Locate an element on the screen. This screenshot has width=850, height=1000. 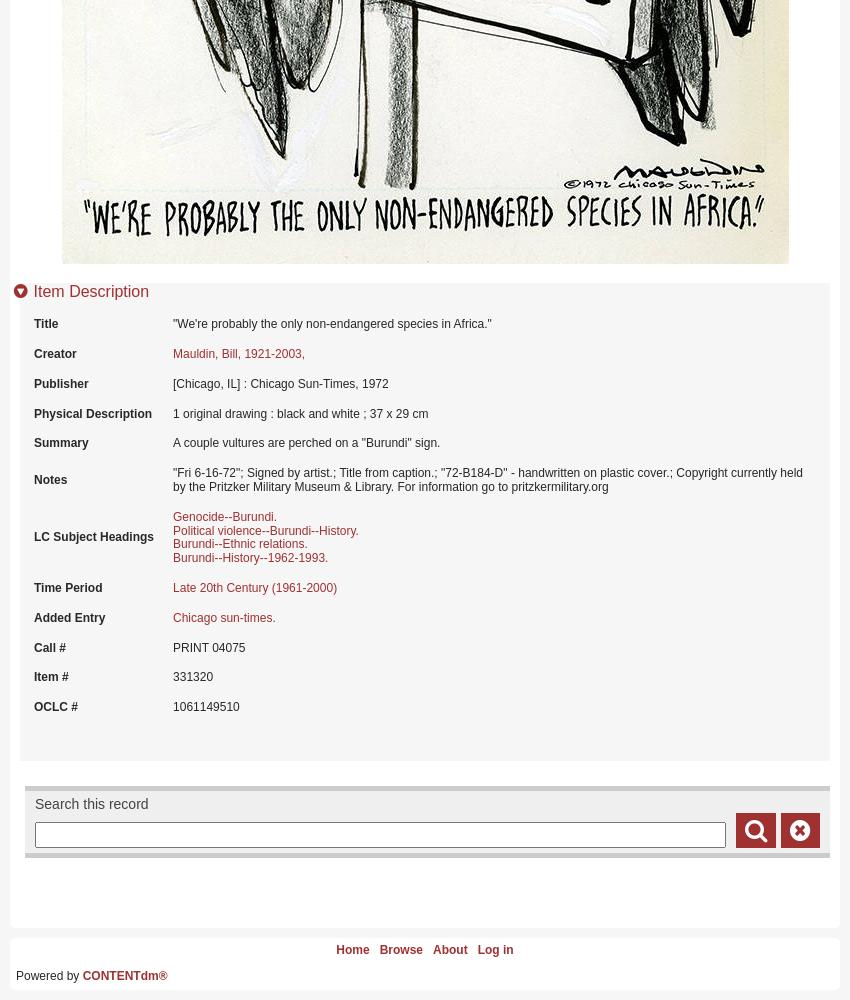
'"Fri 6-16-72"; Signed by artist.; Title from caption.; "72-B184-D" - handwritten on plastic cover.; Copyright currently held by the Pritzker Military Museum & Library. For information go to pritzkermilitary.org' is located at coordinates (489, 478).